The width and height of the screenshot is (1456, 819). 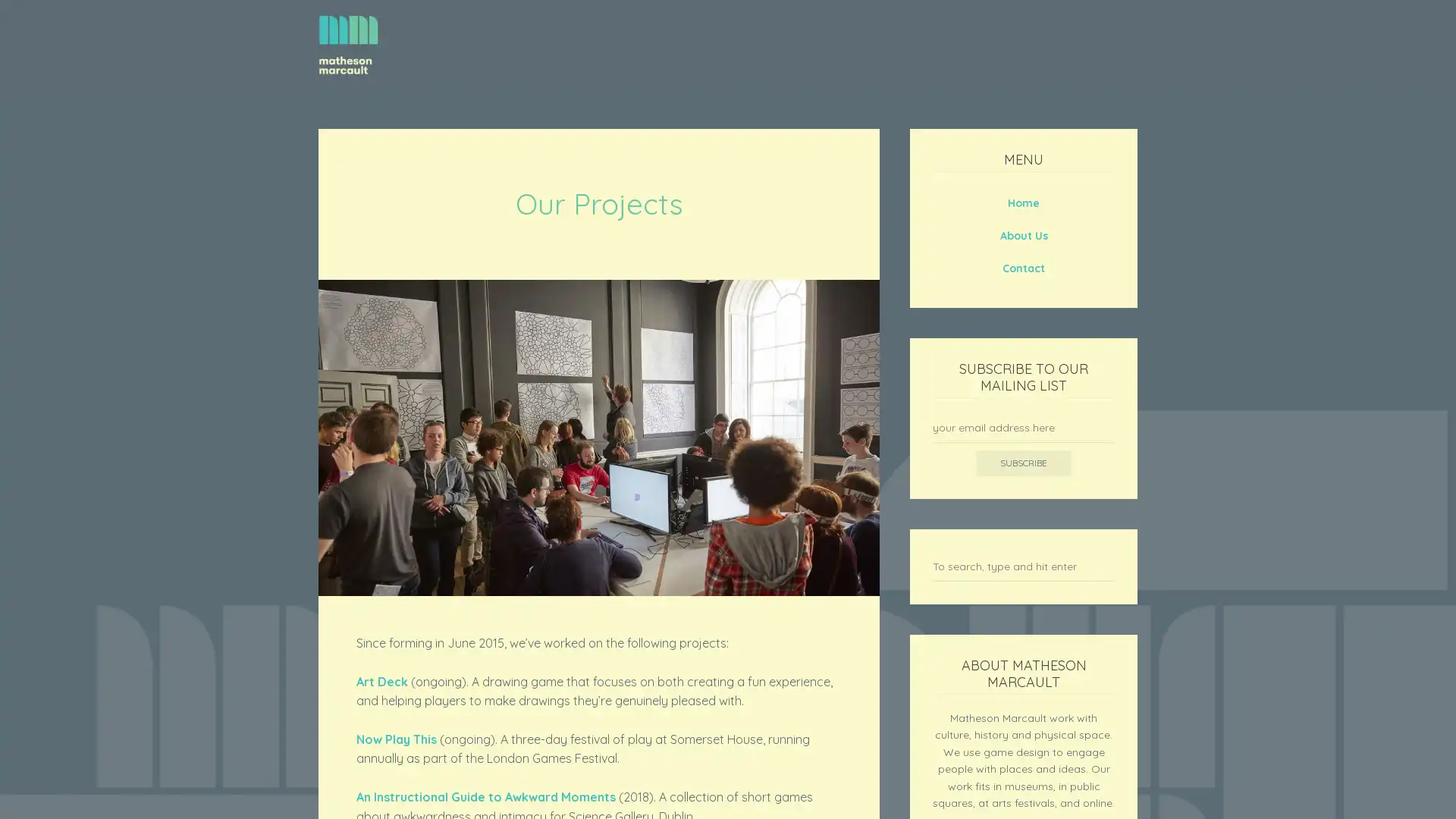 I want to click on Subscribe, so click(x=1023, y=462).